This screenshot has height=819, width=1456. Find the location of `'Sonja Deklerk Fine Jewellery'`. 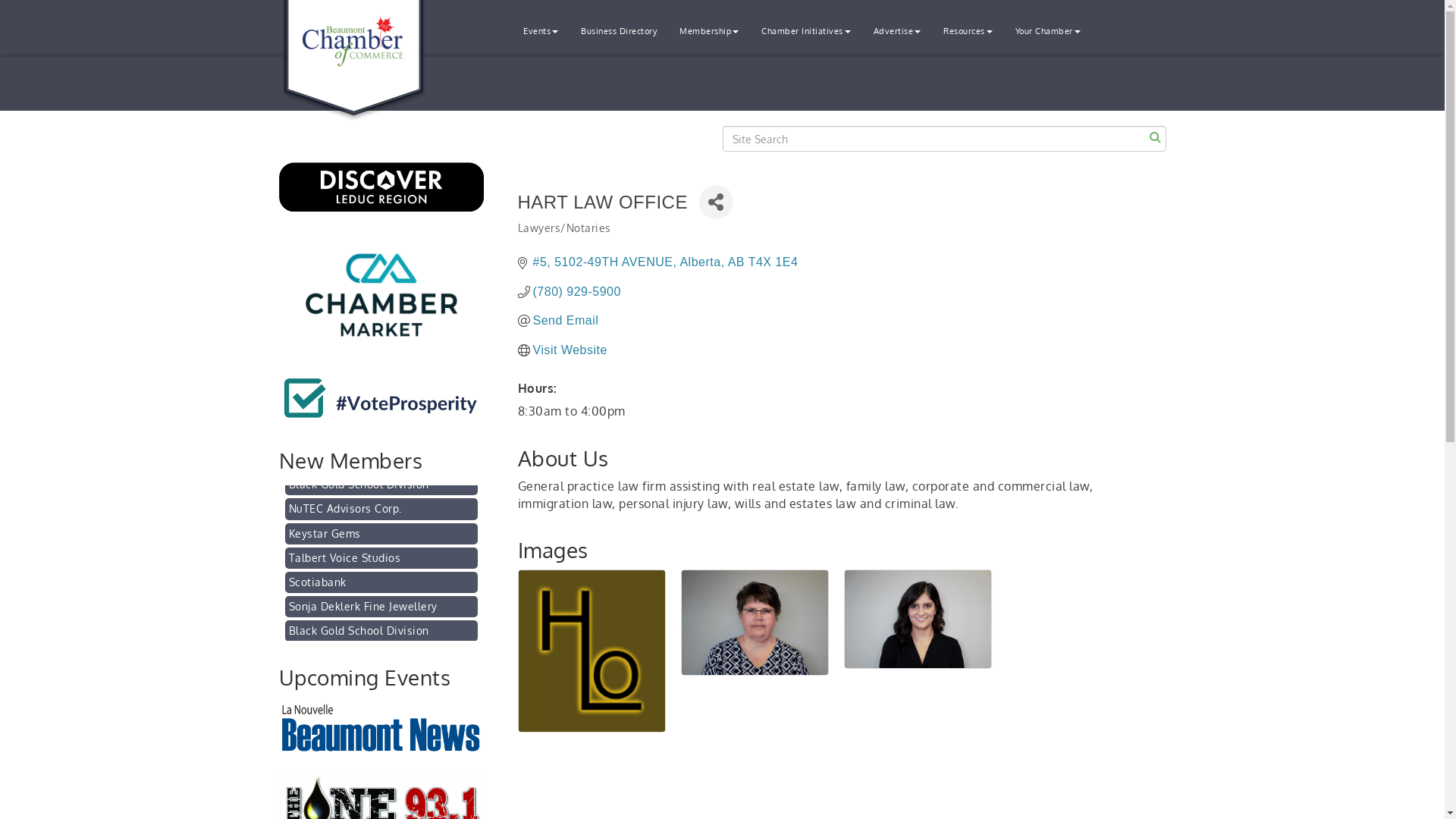

'Sonja Deklerk Fine Jewellery' is located at coordinates (381, 629).